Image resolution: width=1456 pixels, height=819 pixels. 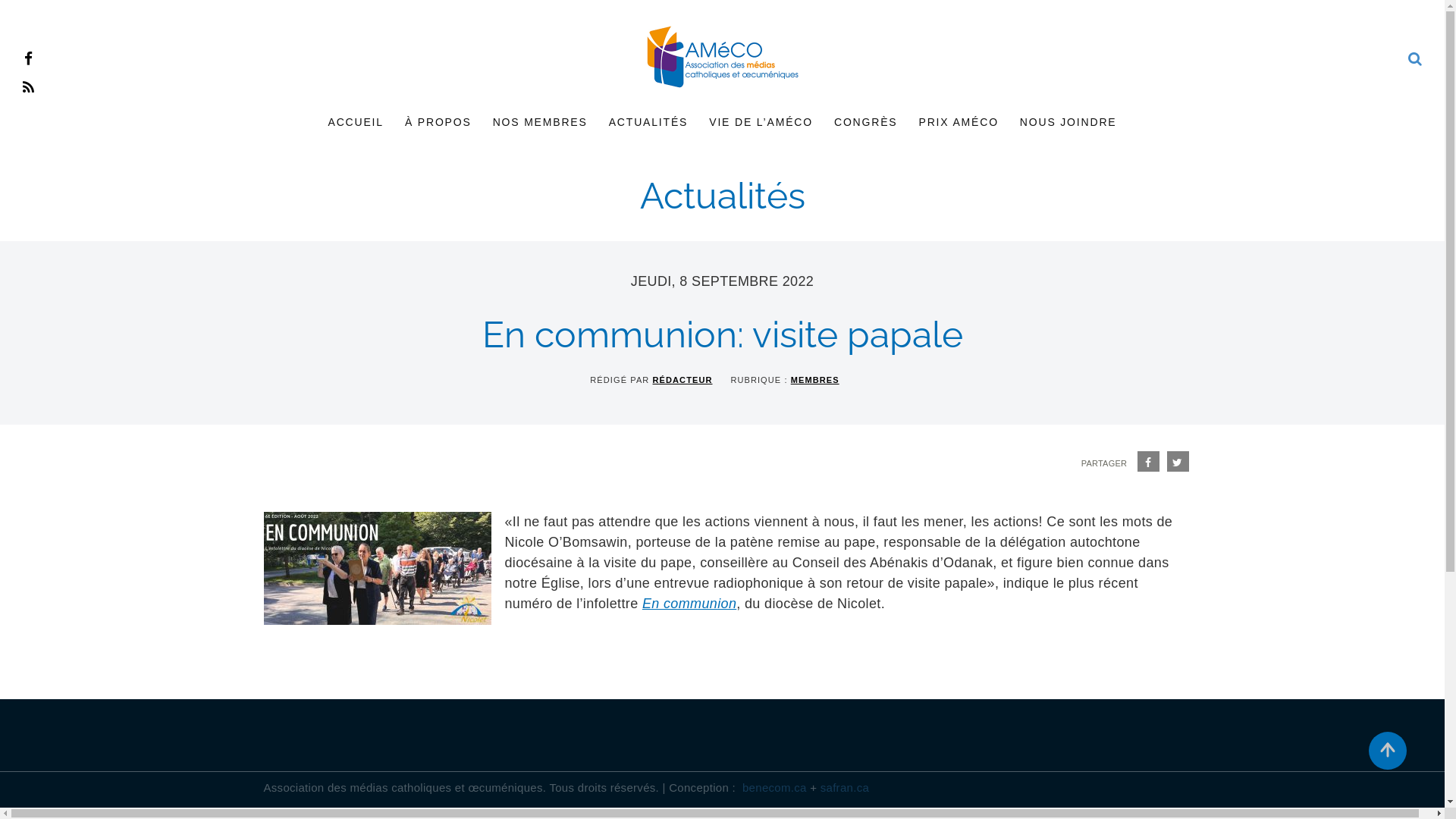 I want to click on 'NOUS JOINDRE', so click(x=1009, y=121).